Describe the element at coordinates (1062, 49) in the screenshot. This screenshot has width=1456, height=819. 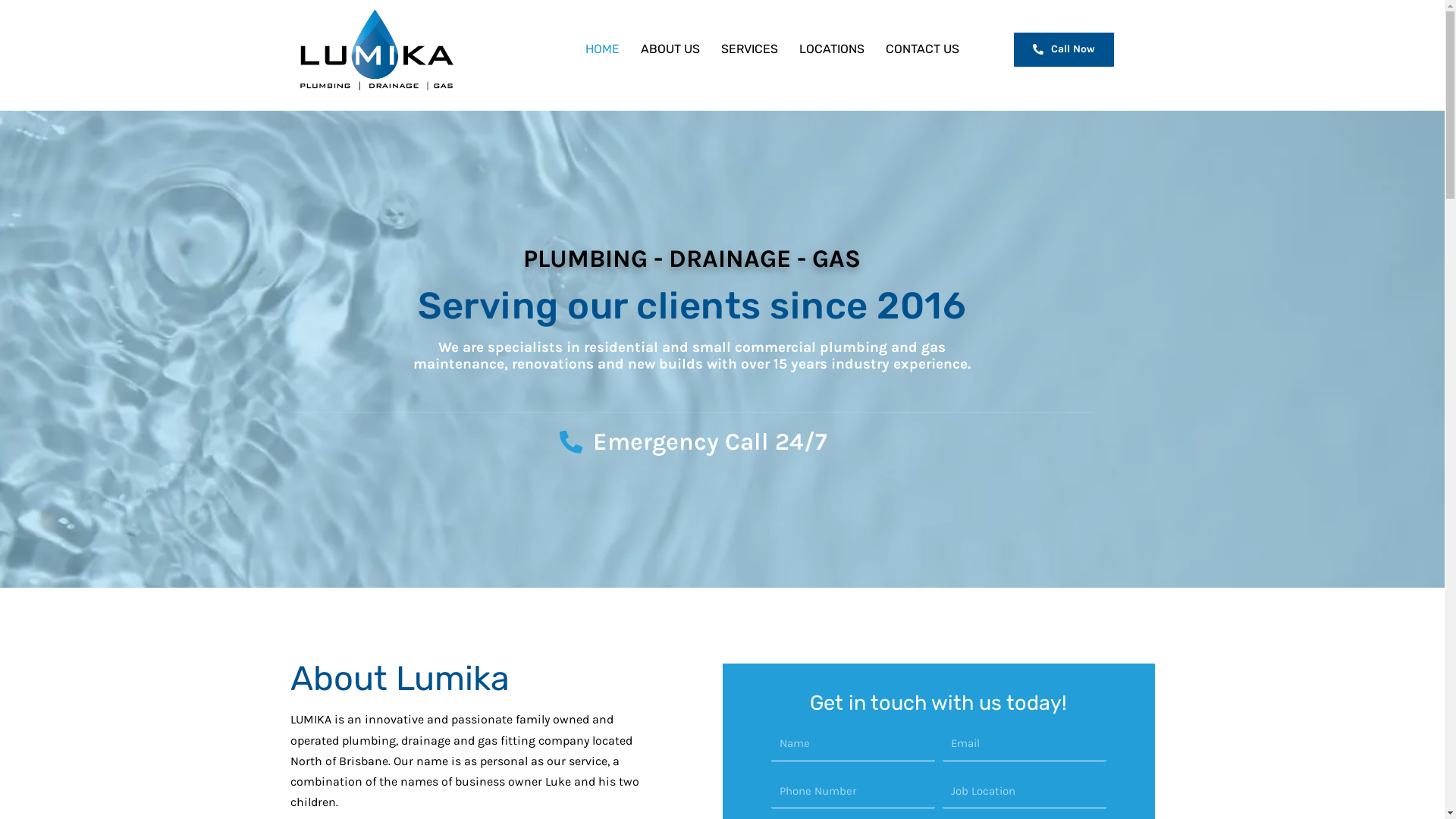
I see `'Call Now'` at that location.